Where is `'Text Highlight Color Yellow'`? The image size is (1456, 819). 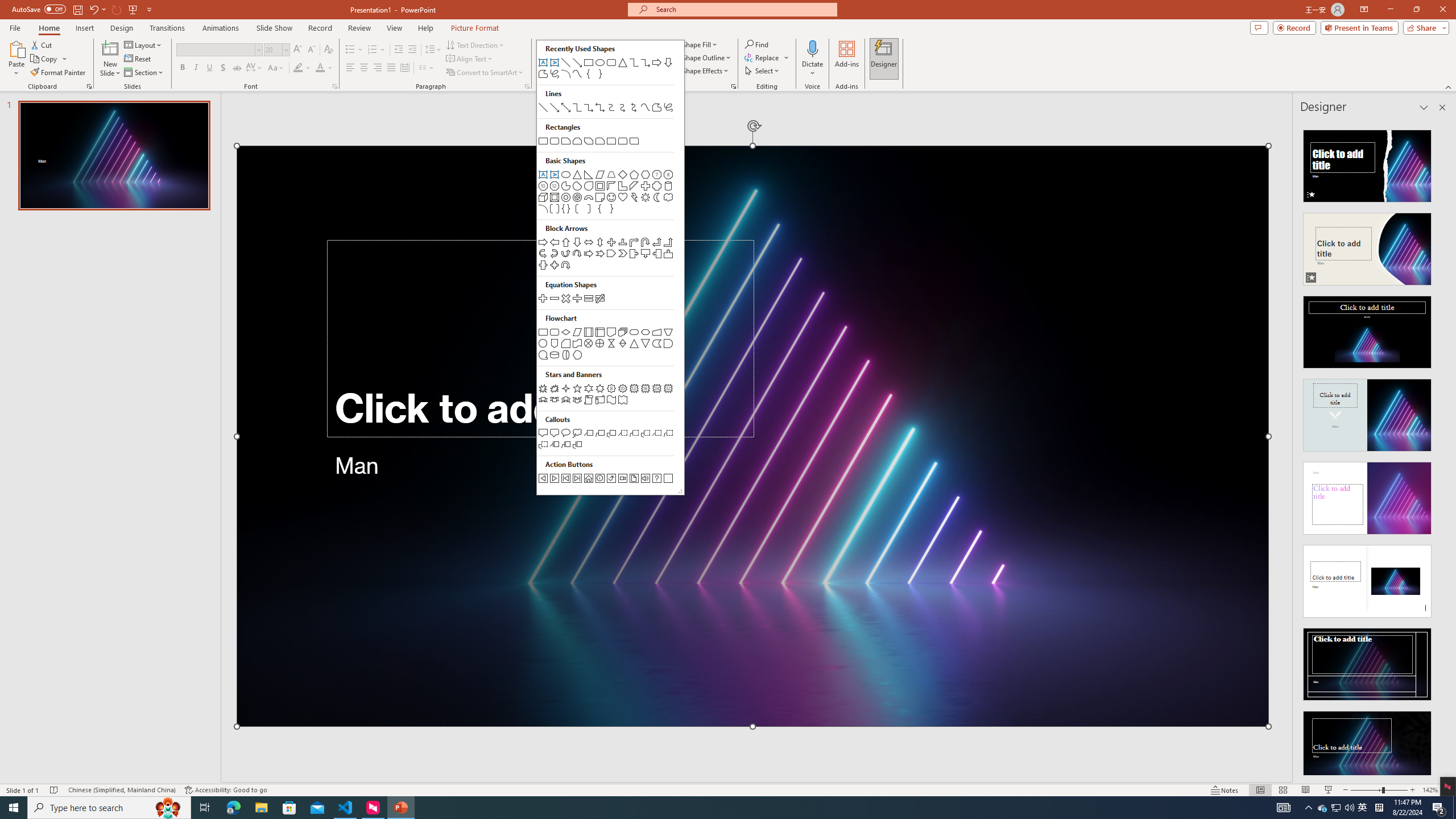
'Text Highlight Color Yellow' is located at coordinates (297, 67).